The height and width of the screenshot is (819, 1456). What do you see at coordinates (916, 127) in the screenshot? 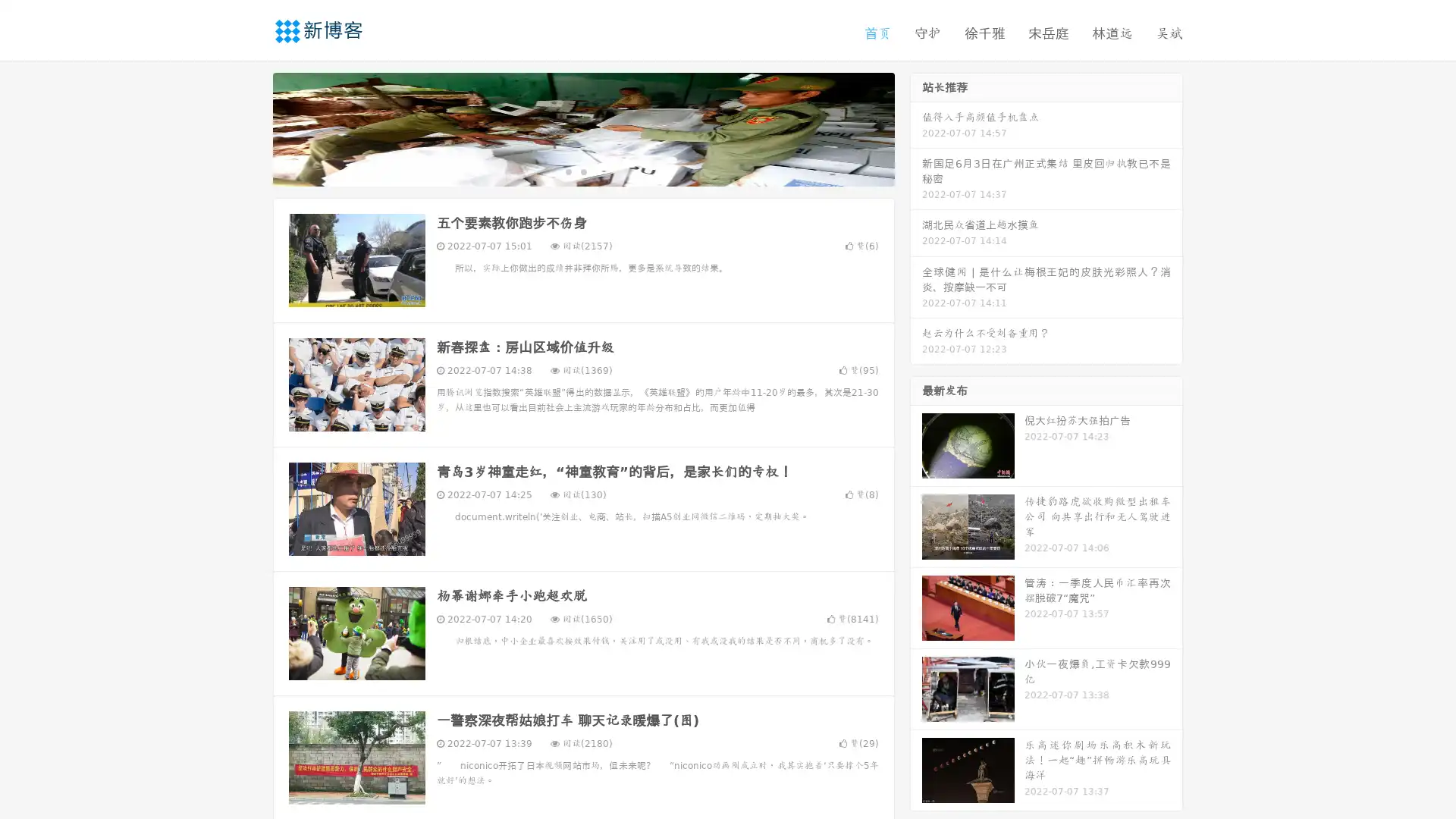
I see `Next slide` at bounding box center [916, 127].